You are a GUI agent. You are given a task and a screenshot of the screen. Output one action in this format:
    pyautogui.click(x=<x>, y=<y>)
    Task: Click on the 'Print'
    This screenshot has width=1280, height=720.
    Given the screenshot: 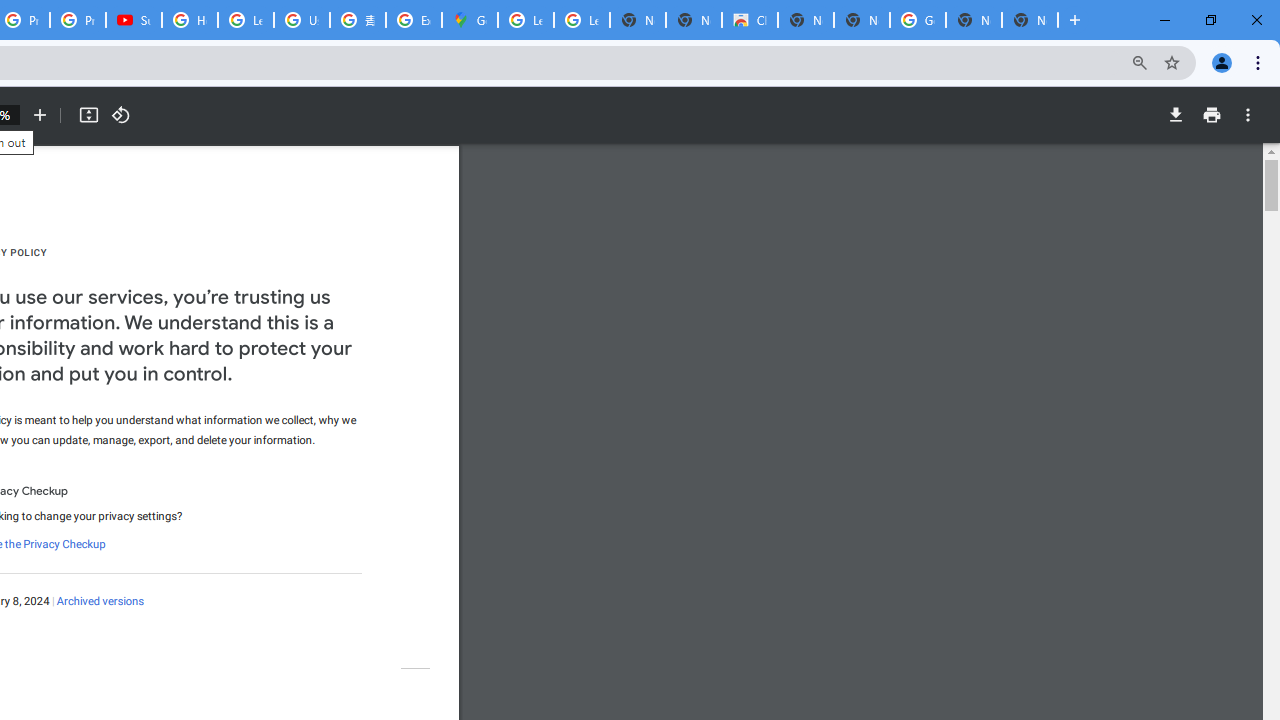 What is the action you would take?
    pyautogui.click(x=1210, y=115)
    